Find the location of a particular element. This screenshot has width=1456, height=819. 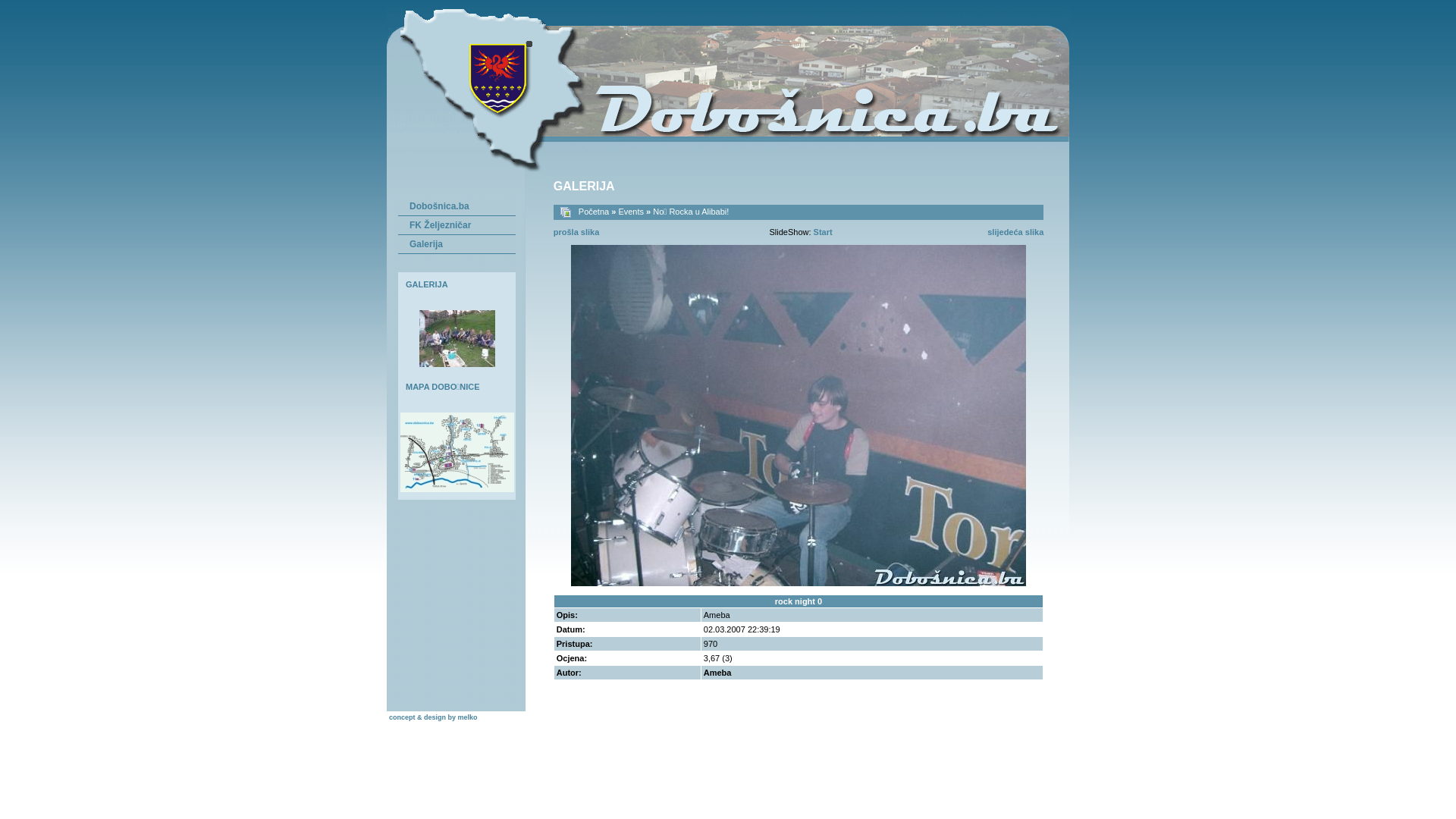

'Galerija' is located at coordinates (405, 243).